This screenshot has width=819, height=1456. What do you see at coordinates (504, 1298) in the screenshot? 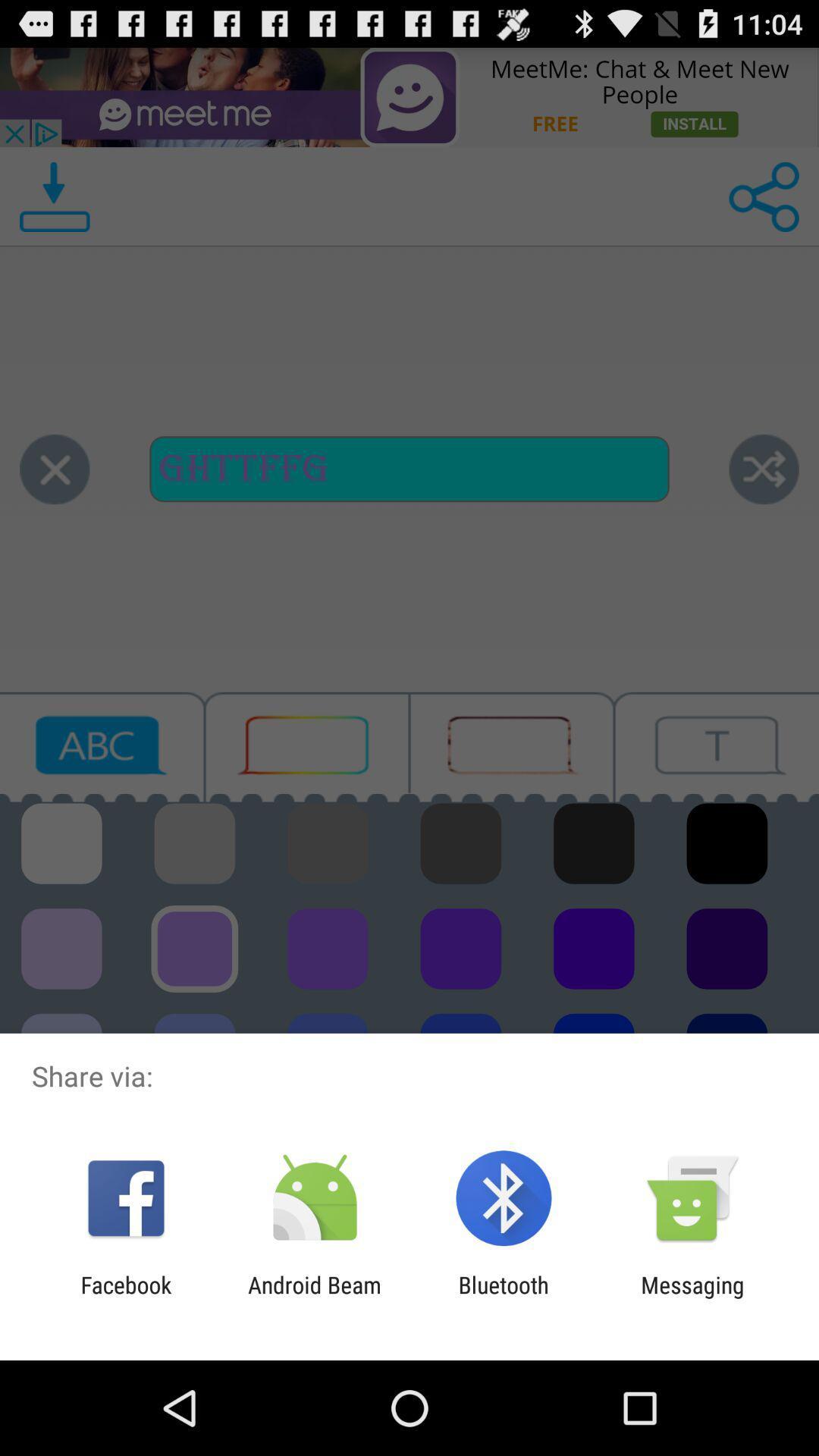
I see `app to the right of the android beam item` at bounding box center [504, 1298].